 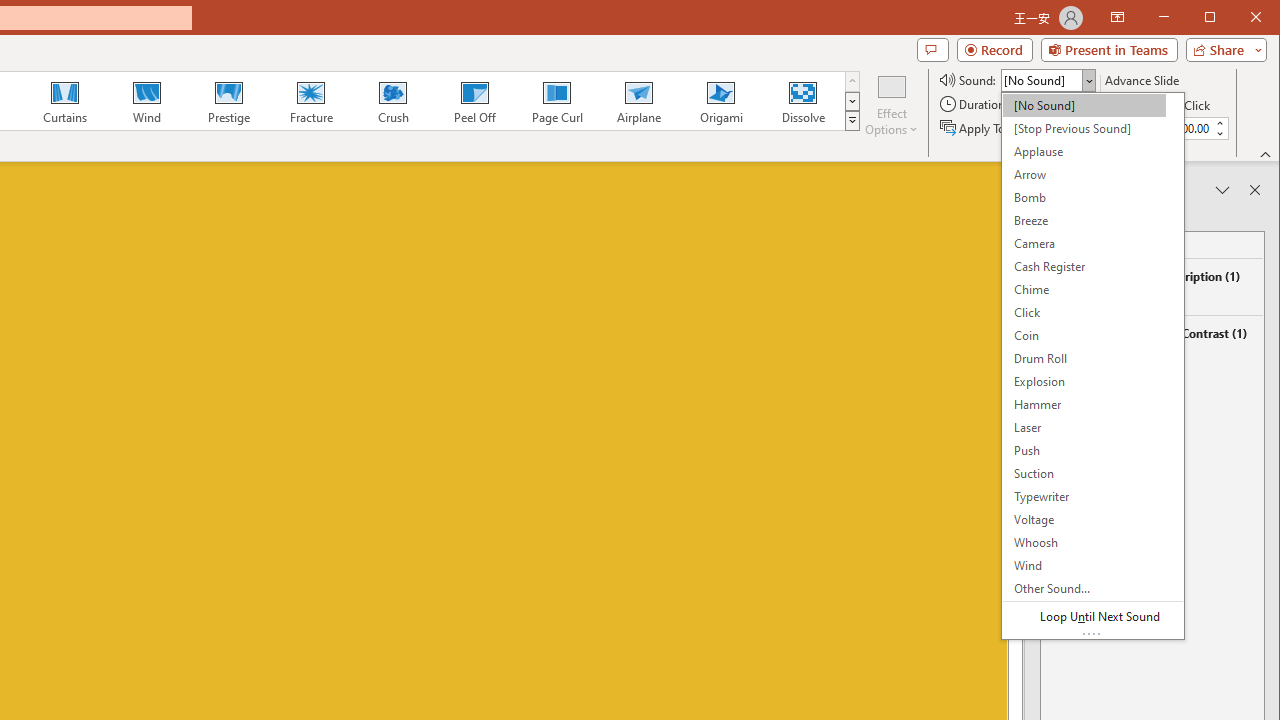 I want to click on 'Less', so click(x=1218, y=133).